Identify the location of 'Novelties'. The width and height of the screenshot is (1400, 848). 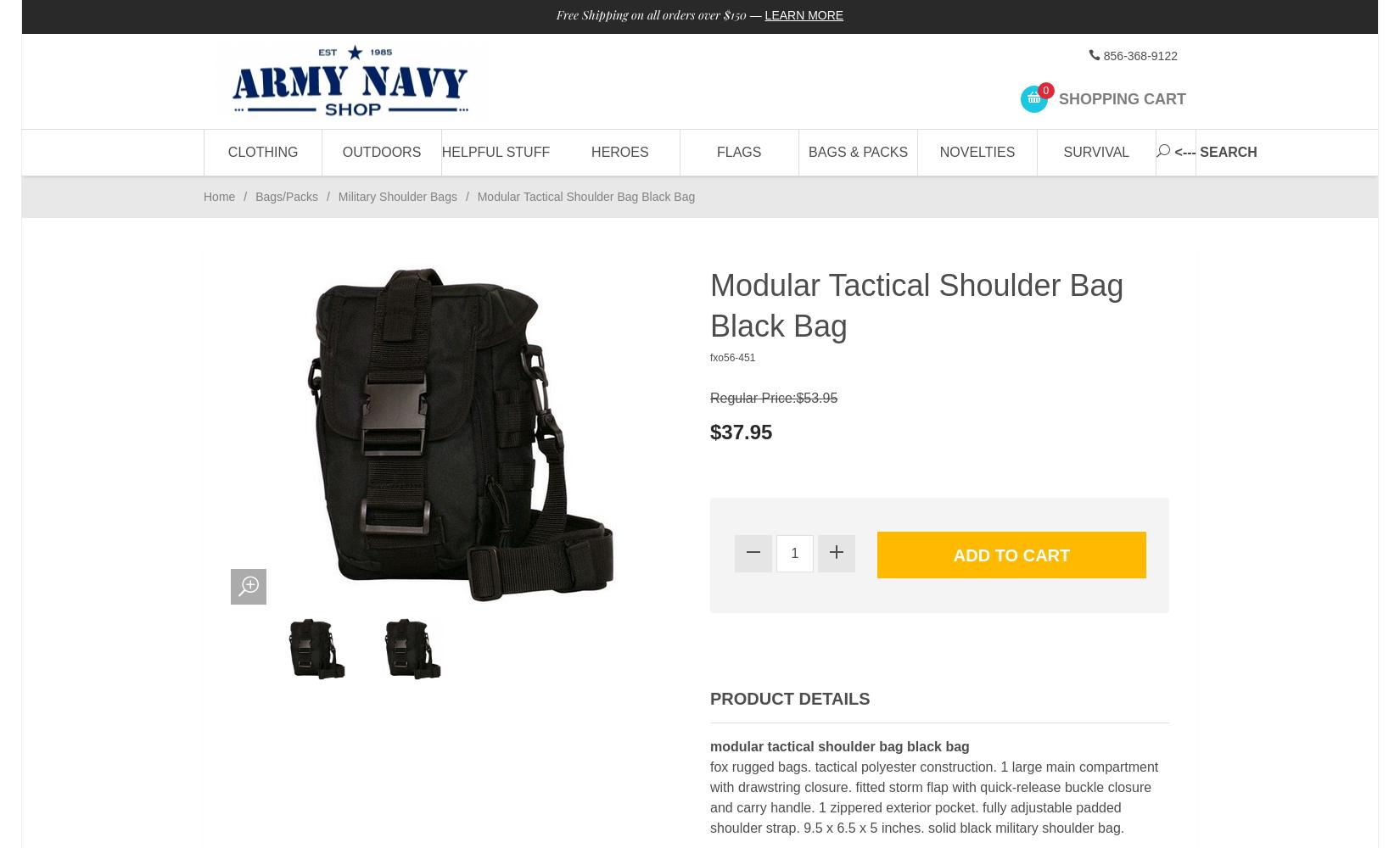
(977, 152).